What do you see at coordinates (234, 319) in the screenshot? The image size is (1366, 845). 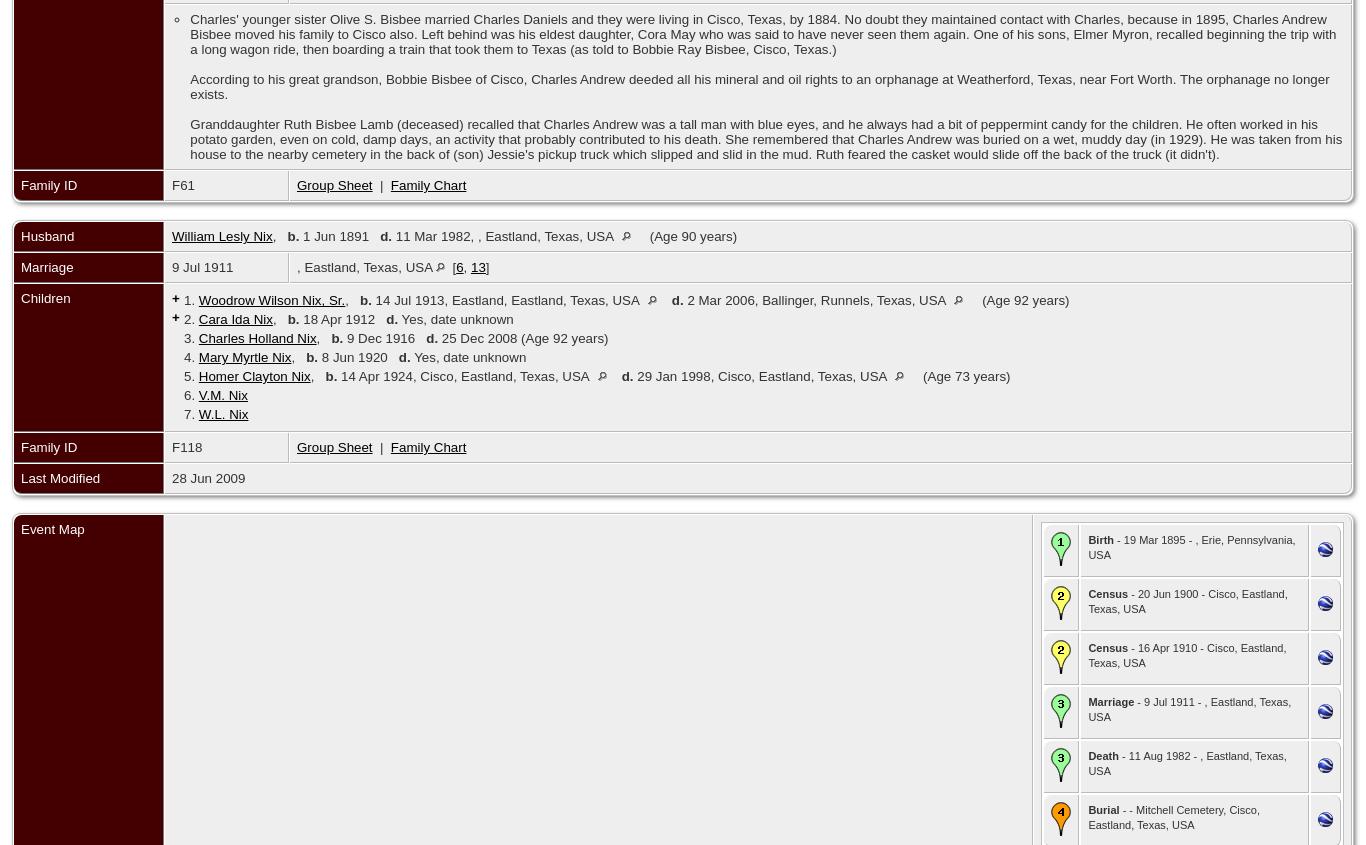 I see `'Cara Ida Nix'` at bounding box center [234, 319].